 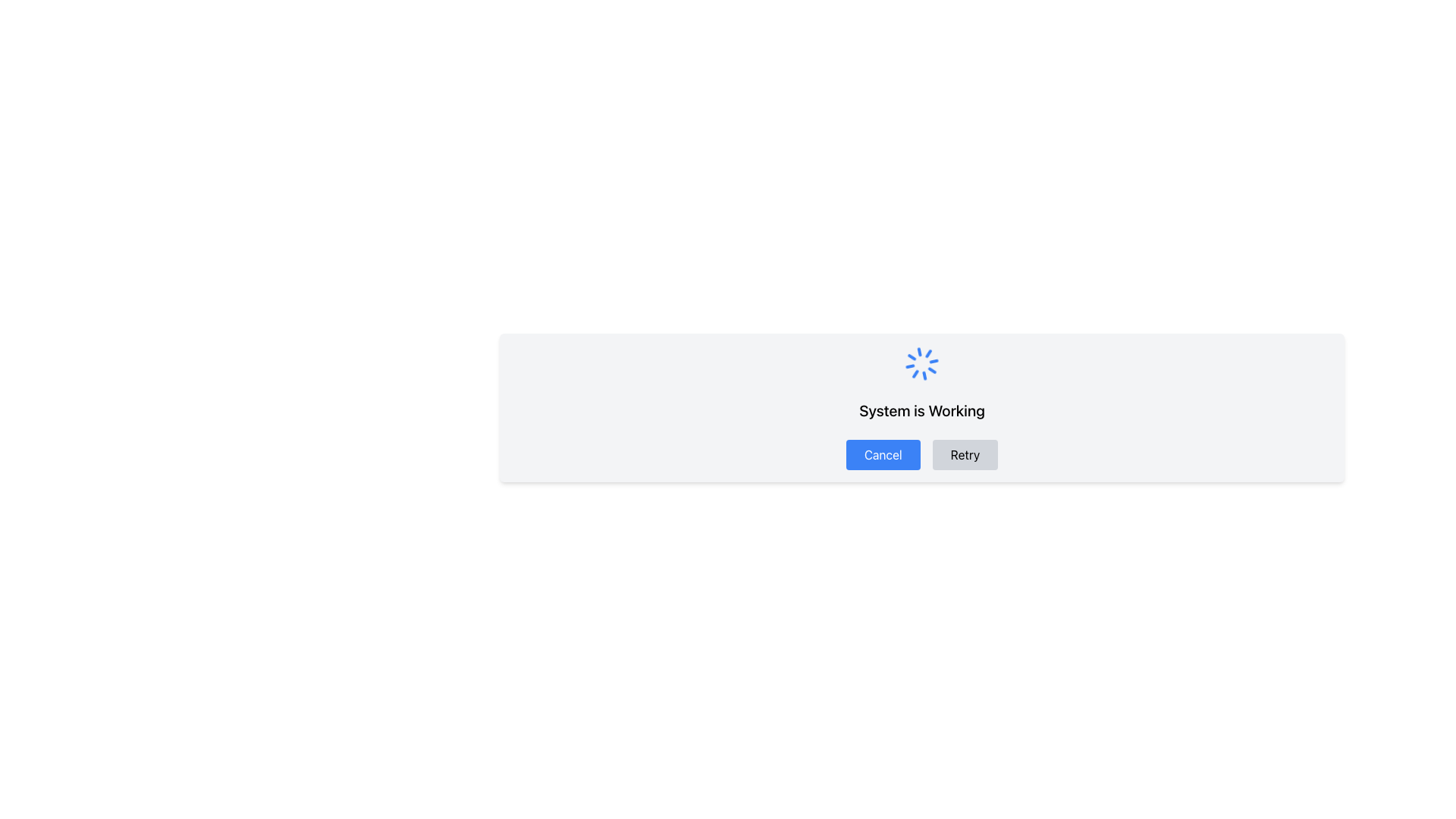 What do you see at coordinates (883, 454) in the screenshot?
I see `the cancel button located towards the lower-center of the interface` at bounding box center [883, 454].